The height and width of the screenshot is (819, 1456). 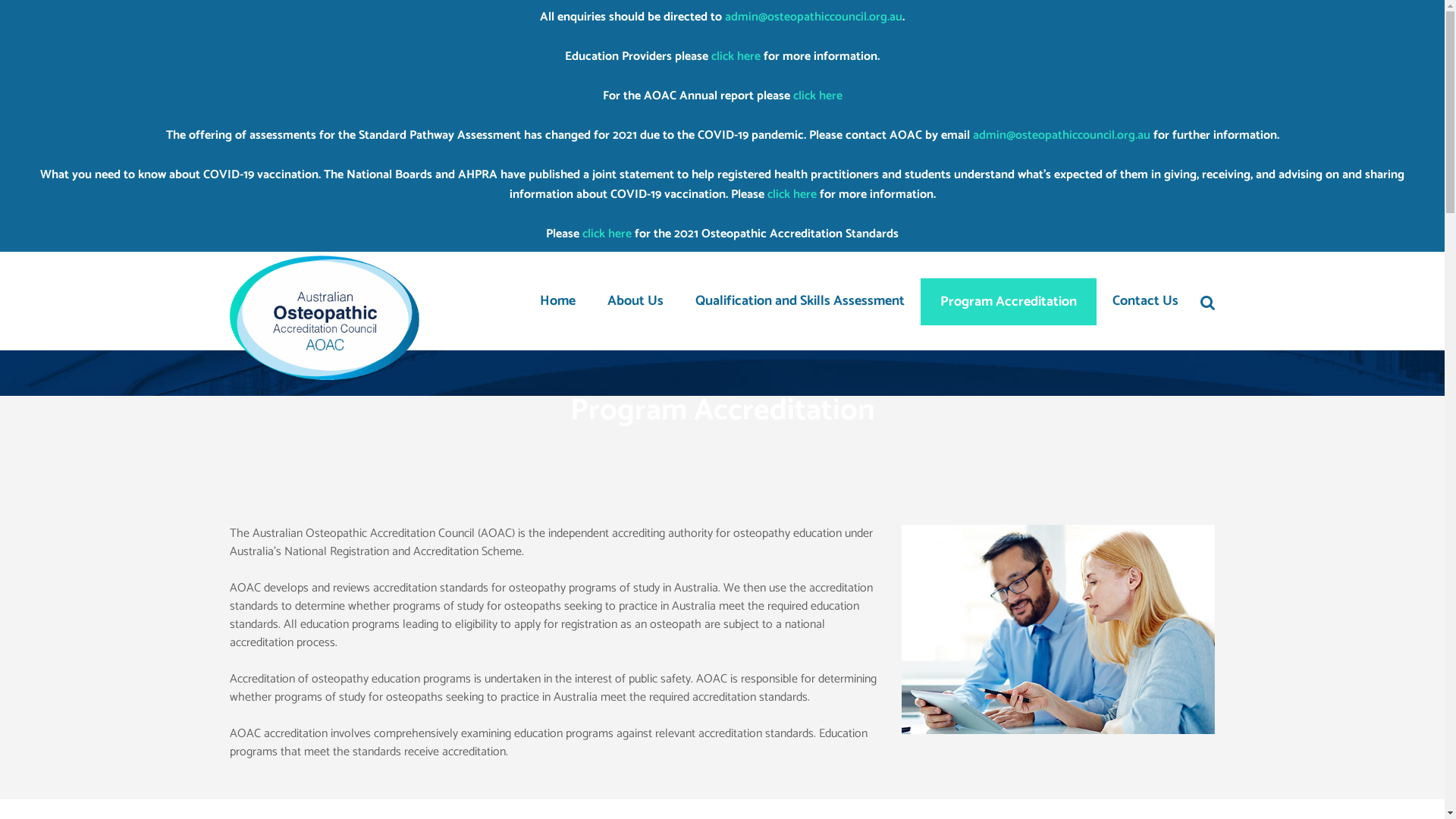 What do you see at coordinates (1145, 301) in the screenshot?
I see `'Contact Us'` at bounding box center [1145, 301].